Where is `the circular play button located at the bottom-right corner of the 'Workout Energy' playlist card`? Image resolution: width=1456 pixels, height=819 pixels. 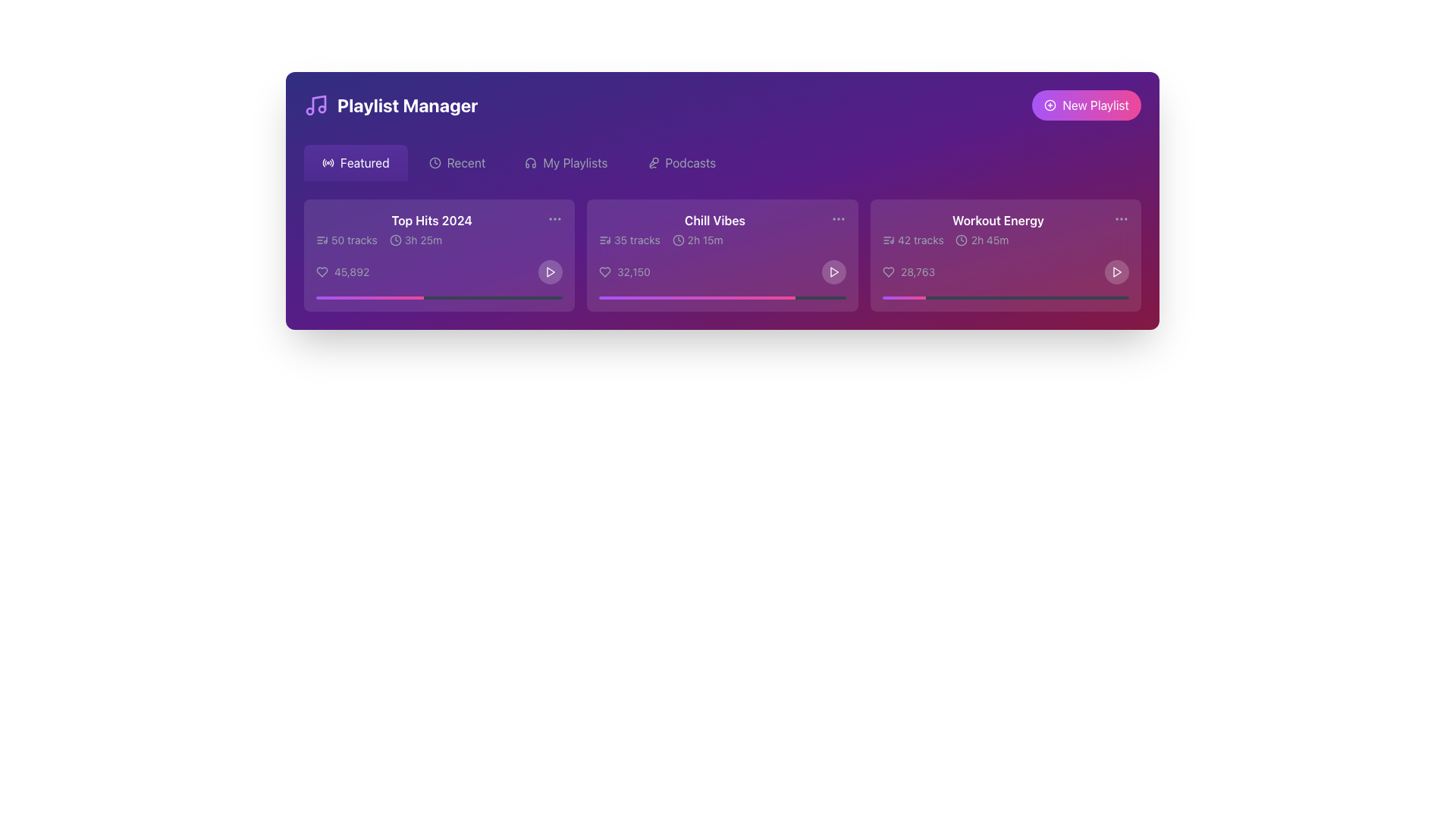
the circular play button located at the bottom-right corner of the 'Workout Energy' playlist card is located at coordinates (1117, 271).